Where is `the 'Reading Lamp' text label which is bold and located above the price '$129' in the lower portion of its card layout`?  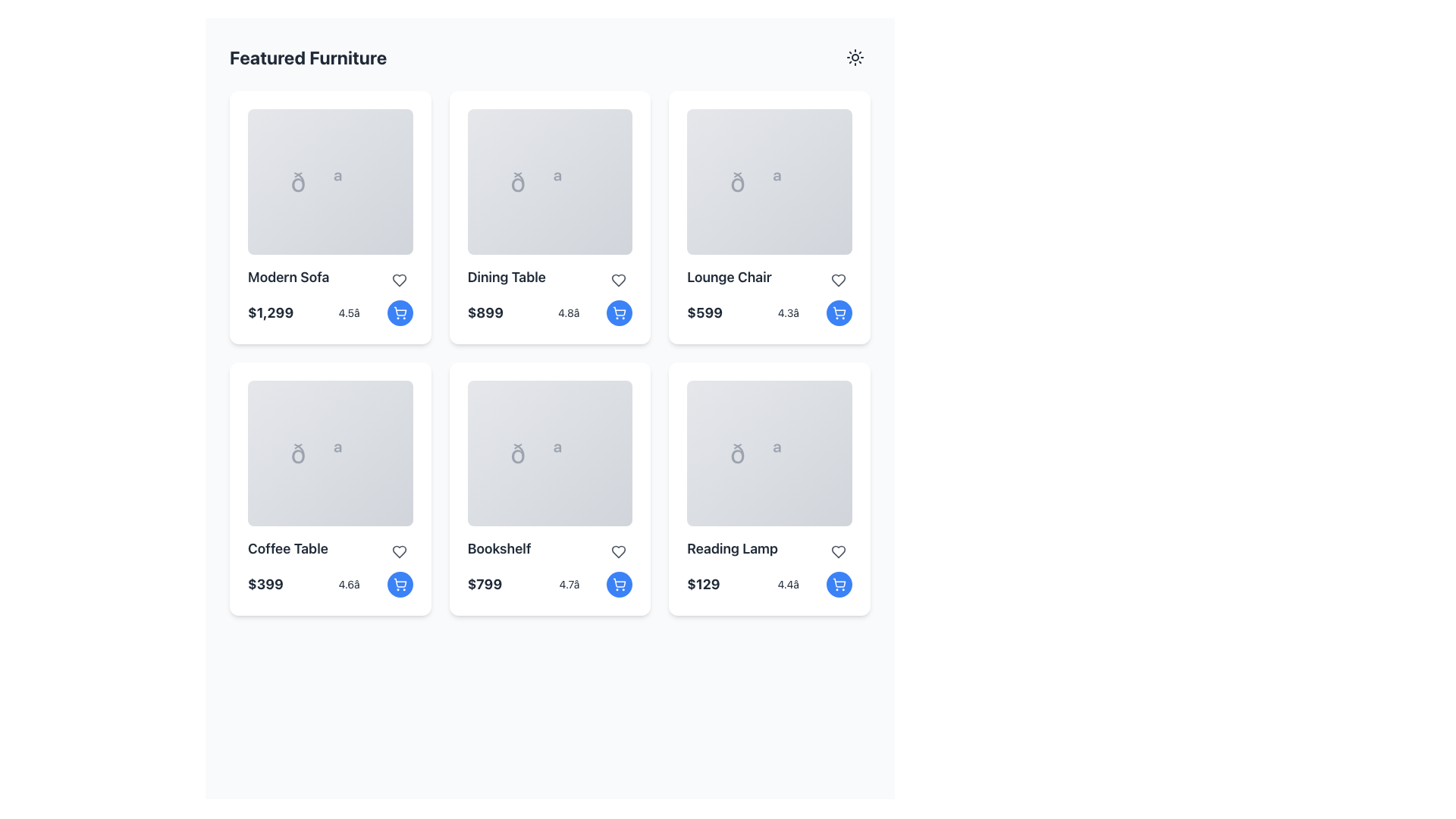
the 'Reading Lamp' text label which is bold and located above the price '$129' in the lower portion of its card layout is located at coordinates (770, 552).